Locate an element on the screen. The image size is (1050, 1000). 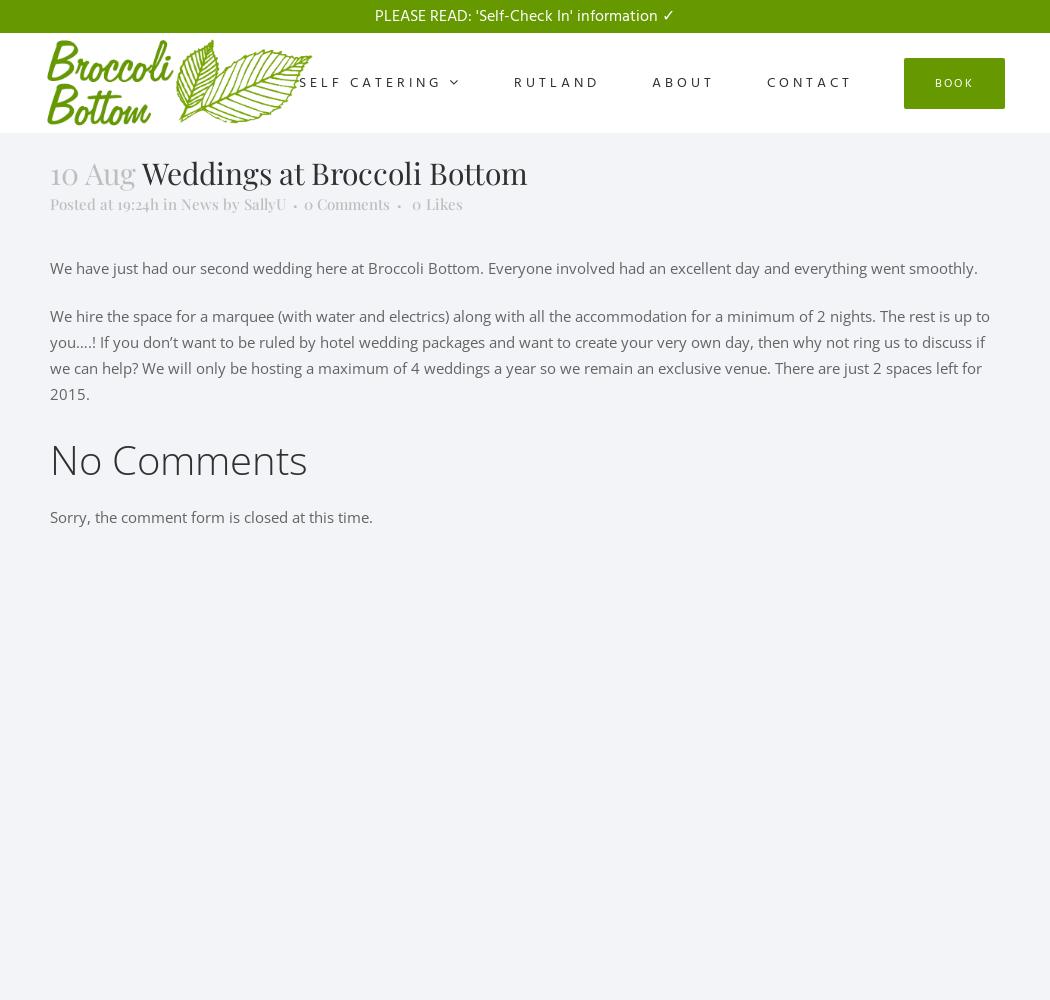
'in' is located at coordinates (169, 203).